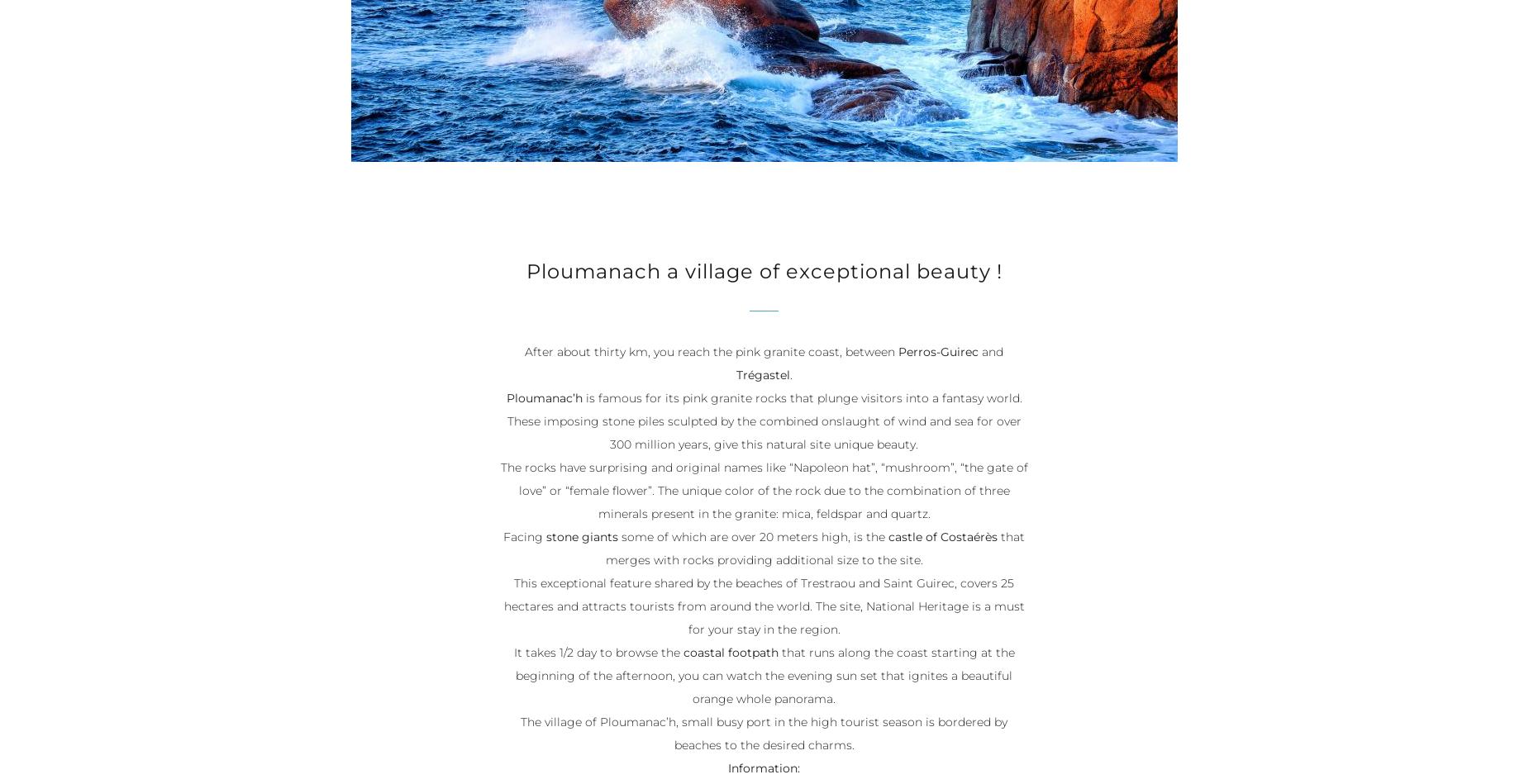 The width and height of the screenshot is (1529, 784). What do you see at coordinates (814, 549) in the screenshot?
I see `'that merges with rocks providing additional size to the site.'` at bounding box center [814, 549].